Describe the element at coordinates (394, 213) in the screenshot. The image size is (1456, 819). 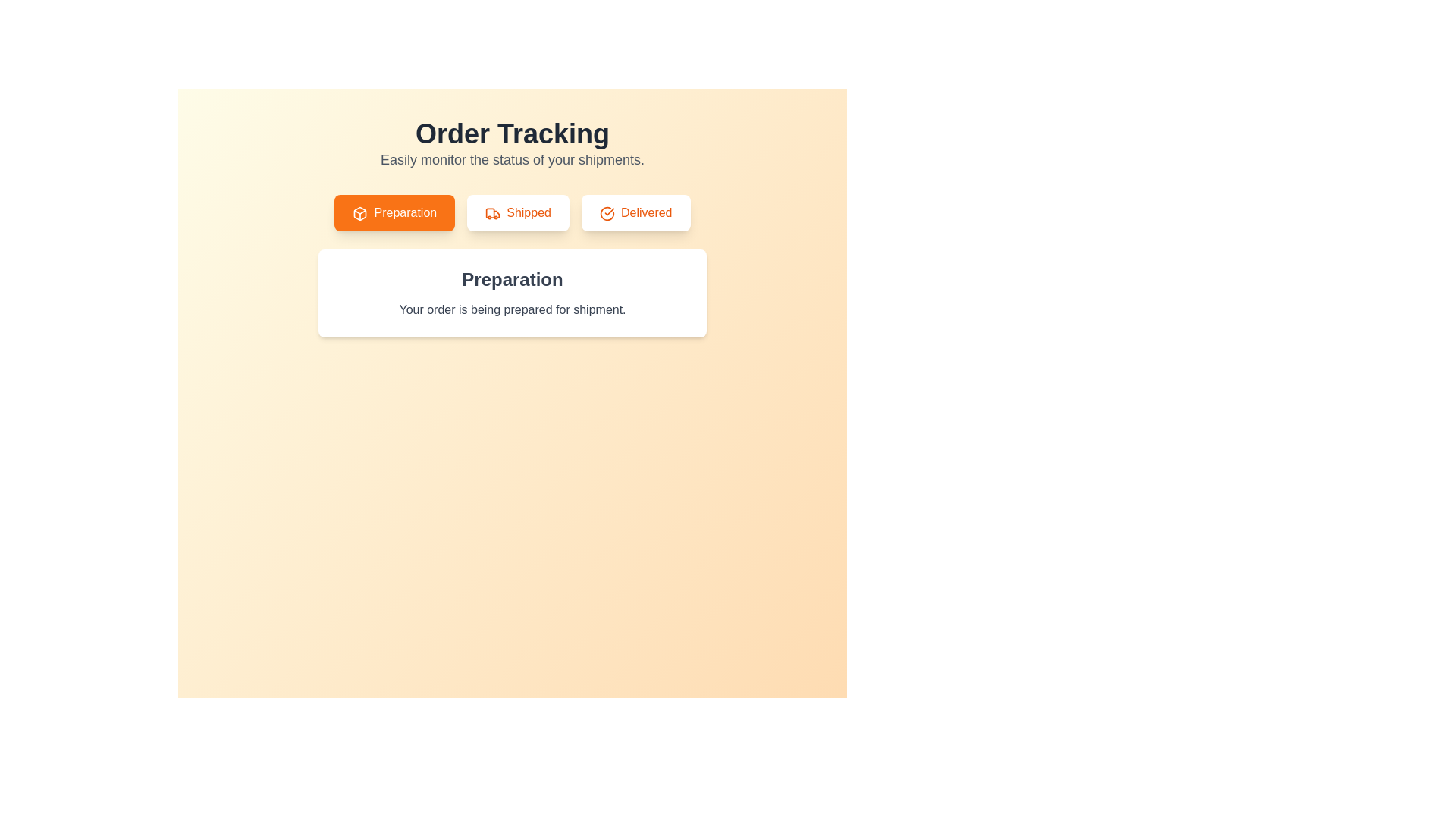
I see `the Preparation tab to view its content` at that location.